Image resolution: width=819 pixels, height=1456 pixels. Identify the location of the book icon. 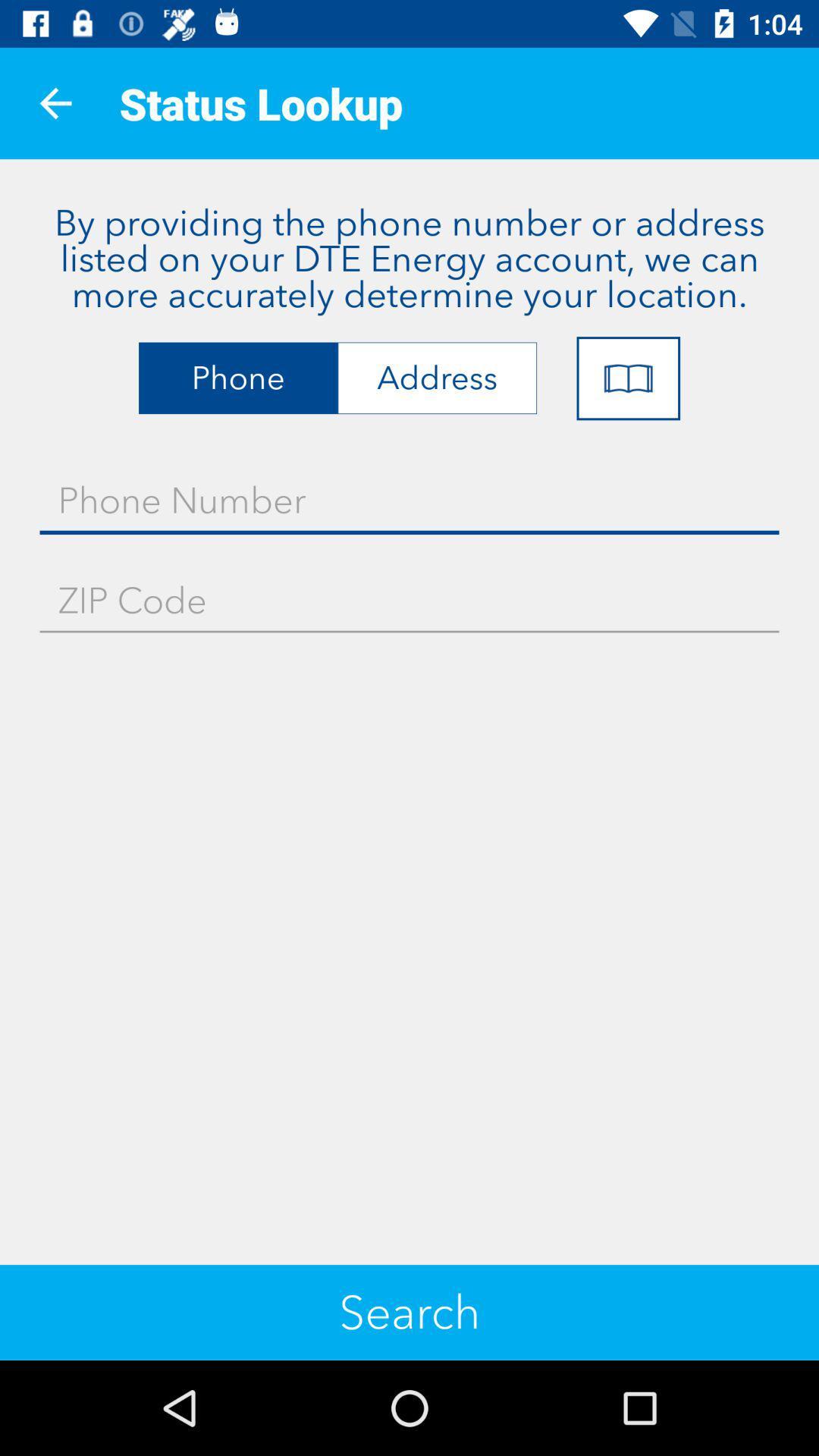
(628, 378).